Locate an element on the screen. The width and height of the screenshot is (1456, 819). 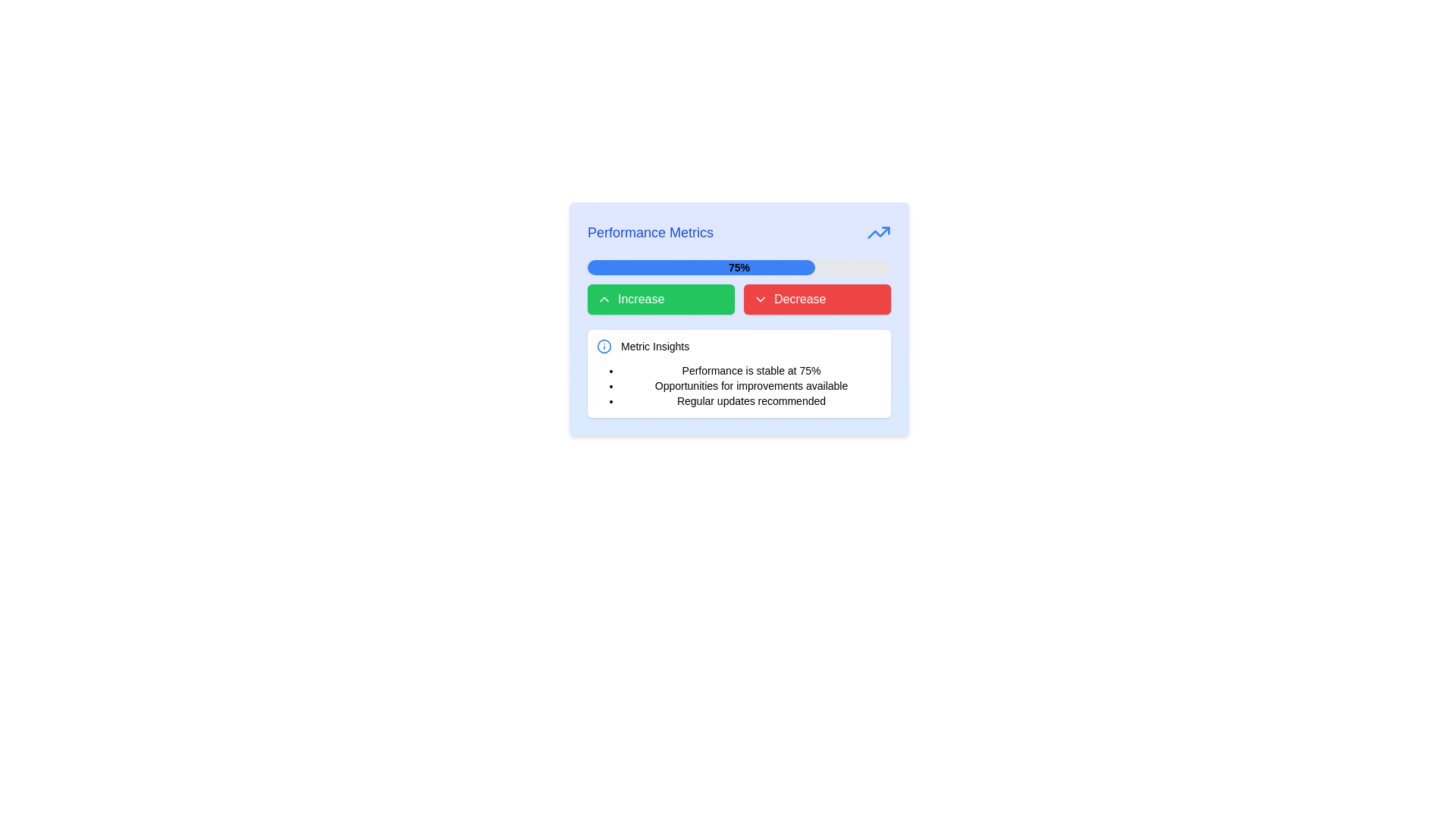
text label containing the phrase 'Regular updates recommended', which is the third item in a bulleted list under 'Metric Insights' is located at coordinates (751, 400).